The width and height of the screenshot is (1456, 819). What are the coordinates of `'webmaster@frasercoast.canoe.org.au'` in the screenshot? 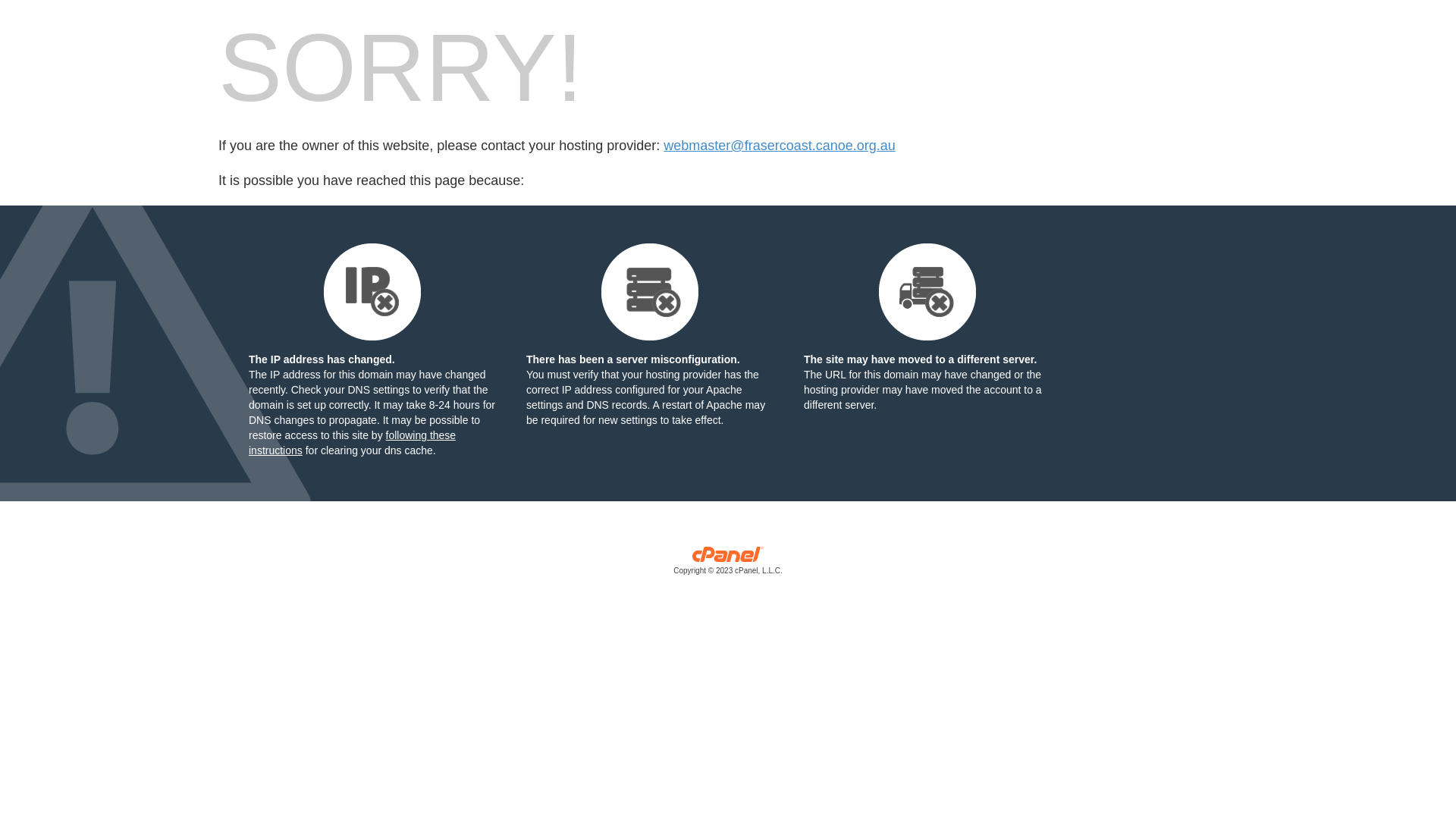 It's located at (779, 146).